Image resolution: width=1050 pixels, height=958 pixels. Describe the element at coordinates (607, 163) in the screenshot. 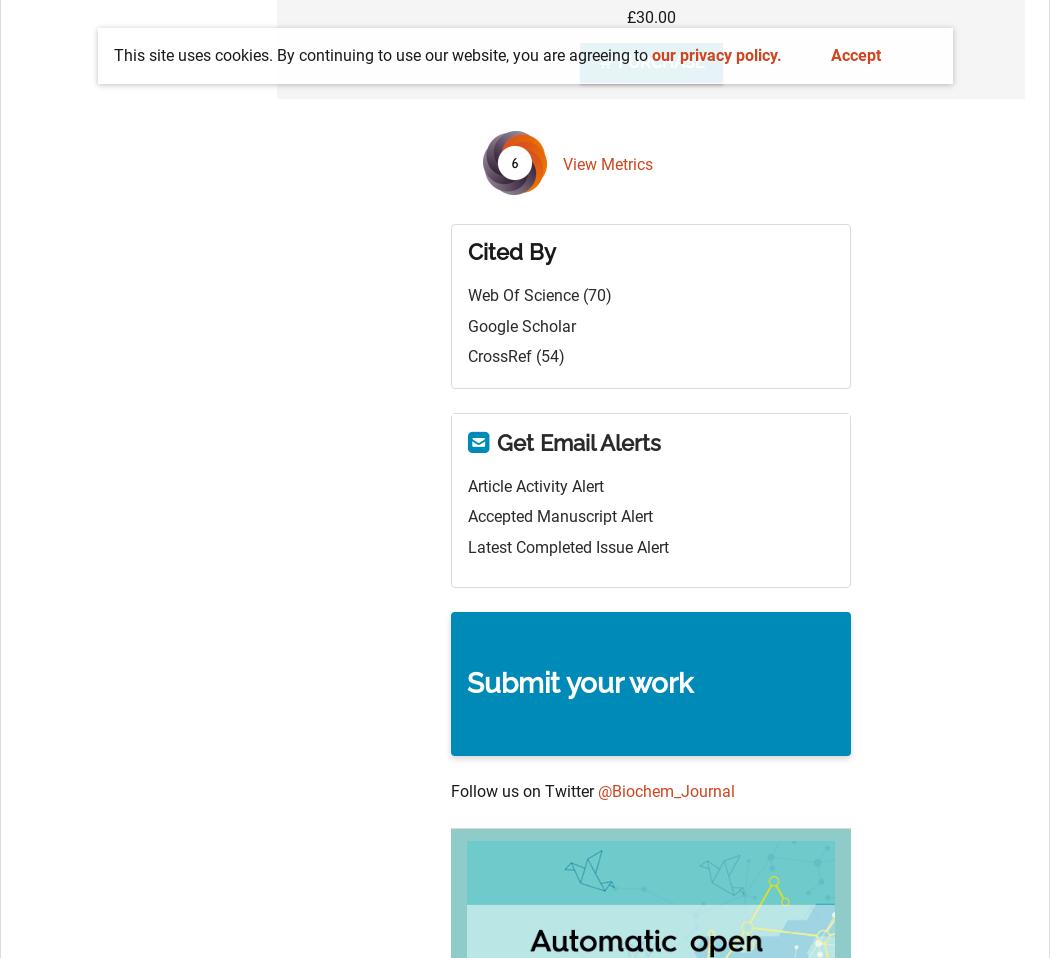

I see `'View Metrics'` at that location.